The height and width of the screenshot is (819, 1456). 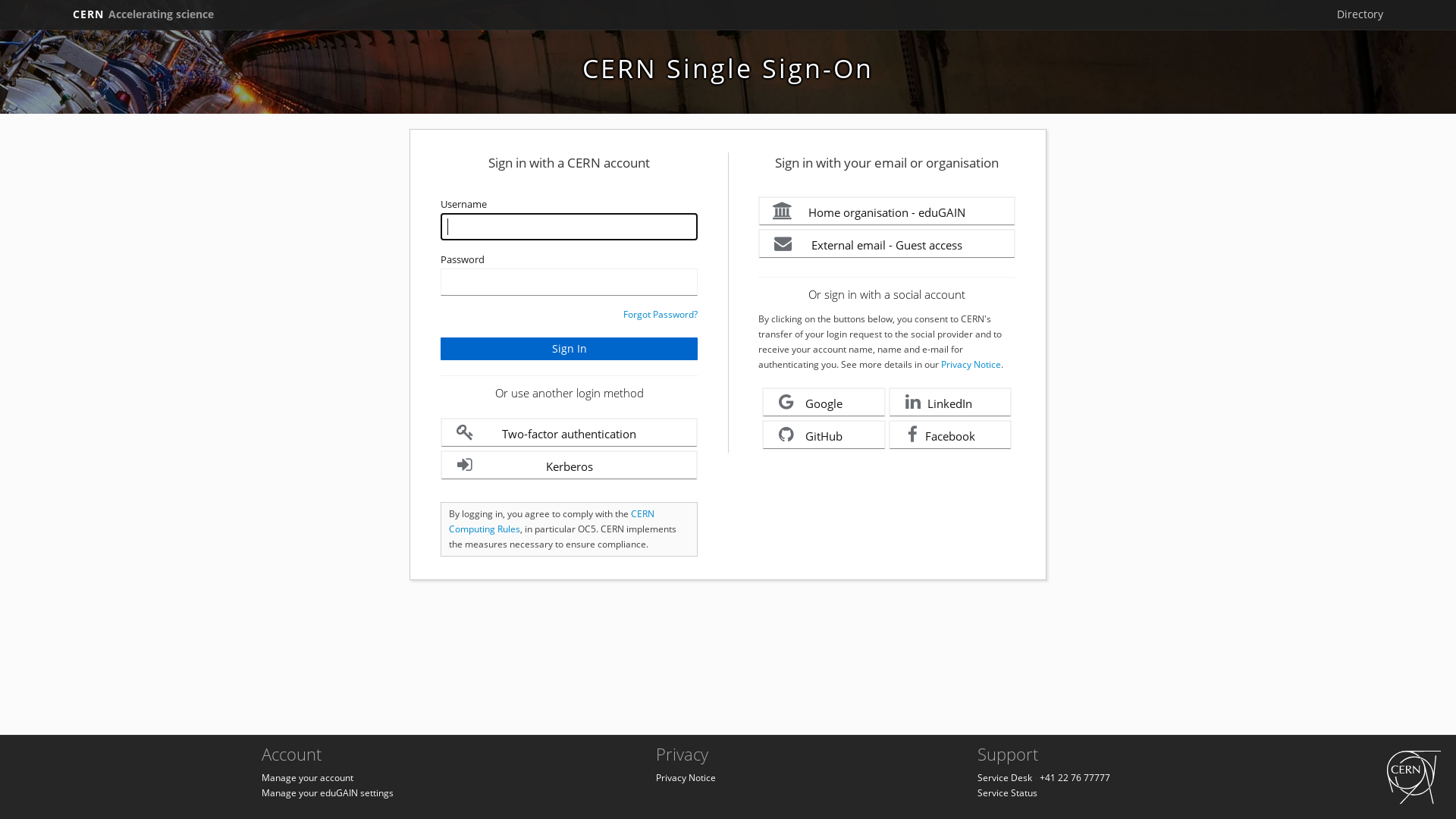 What do you see at coordinates (568, 432) in the screenshot?
I see `'Two-factor authentication'` at bounding box center [568, 432].